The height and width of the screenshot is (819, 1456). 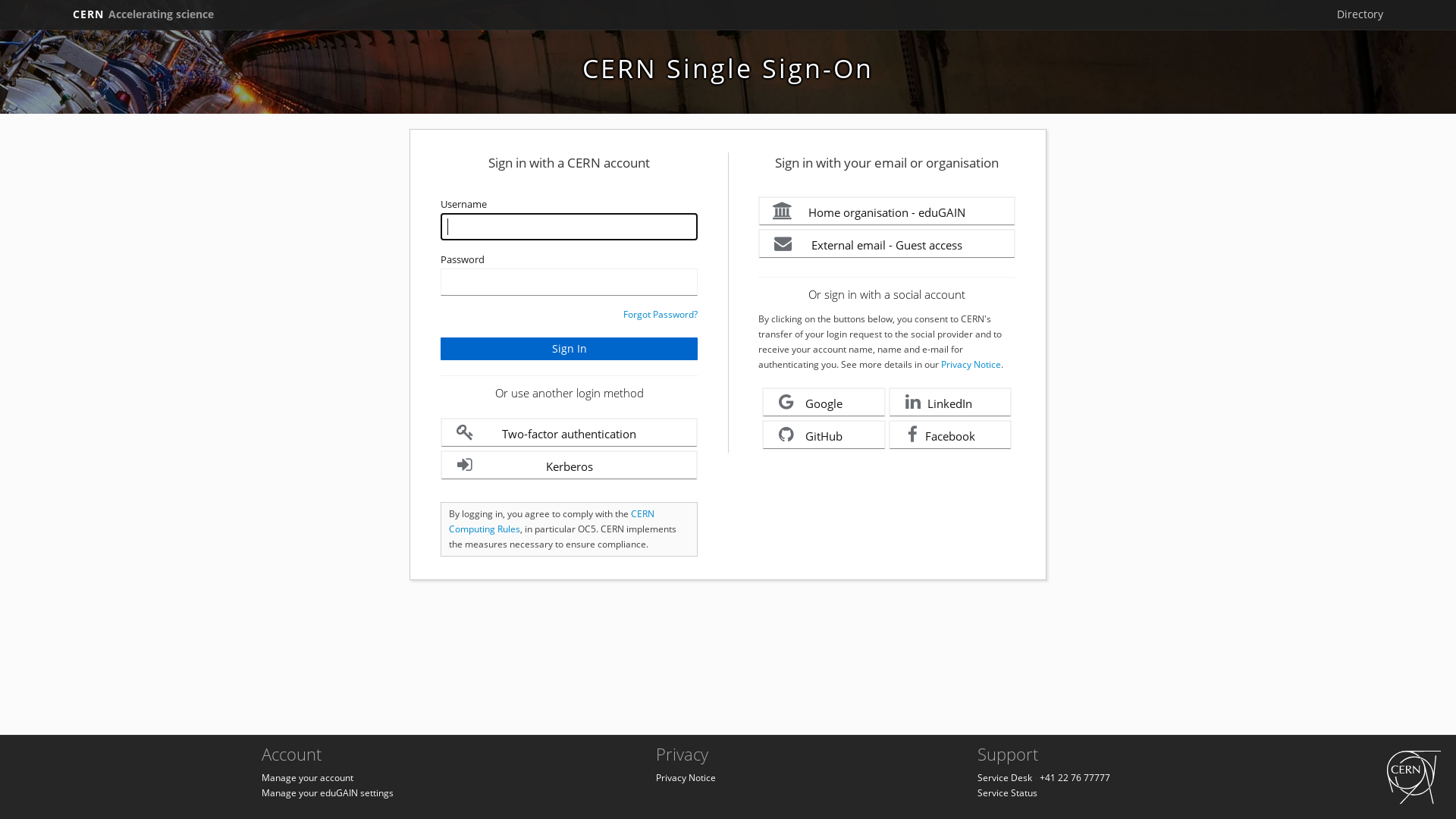 What do you see at coordinates (568, 432) in the screenshot?
I see `'Two-factor authentication'` at bounding box center [568, 432].